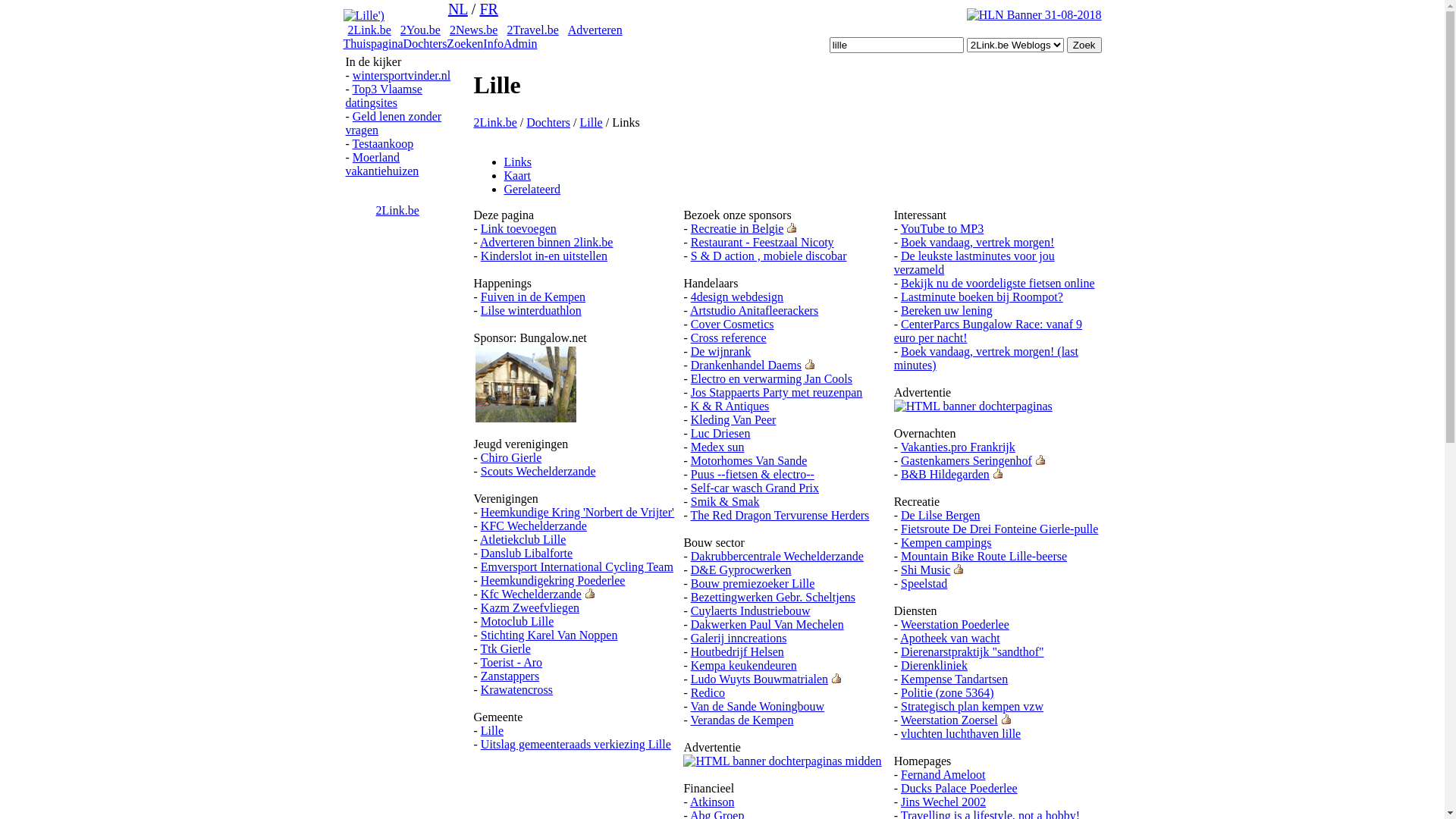  I want to click on 'Artstudio Anitafleerackers', so click(689, 309).